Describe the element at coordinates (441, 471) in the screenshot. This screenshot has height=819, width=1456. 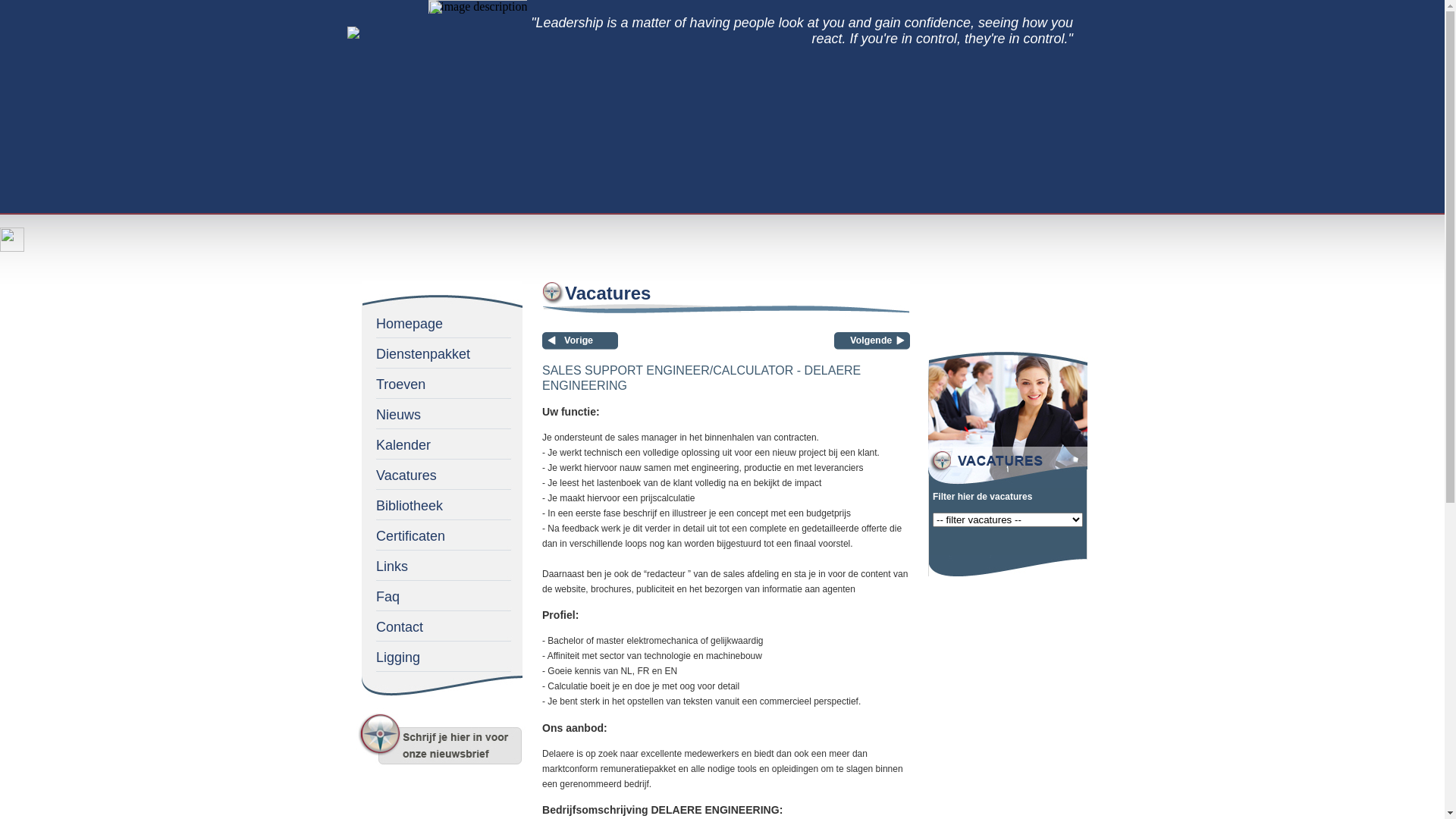
I see `'Vacatures'` at that location.